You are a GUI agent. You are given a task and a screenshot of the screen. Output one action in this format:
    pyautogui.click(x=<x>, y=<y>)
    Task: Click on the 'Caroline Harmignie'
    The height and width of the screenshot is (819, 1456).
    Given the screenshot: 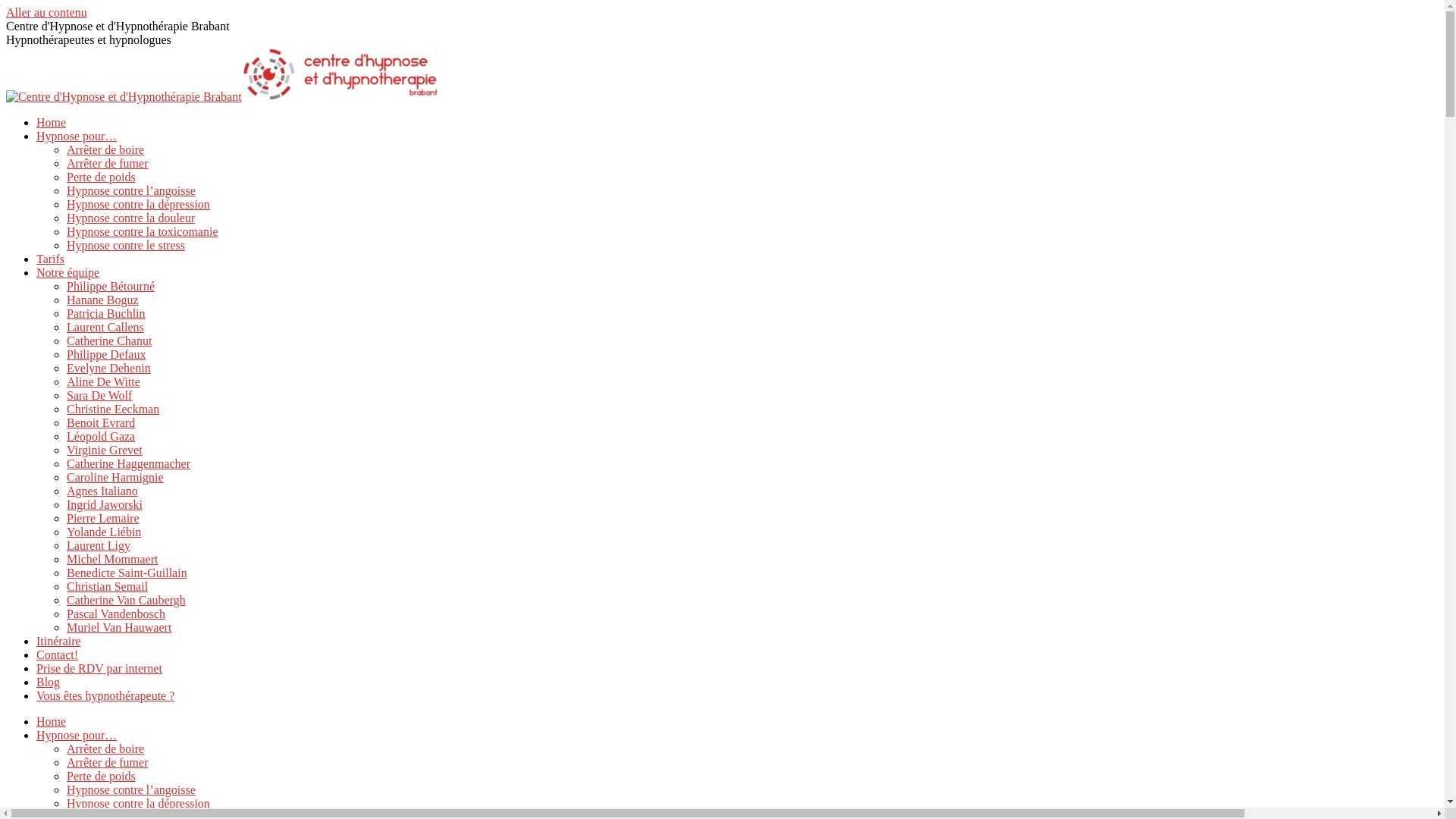 What is the action you would take?
    pyautogui.click(x=115, y=476)
    